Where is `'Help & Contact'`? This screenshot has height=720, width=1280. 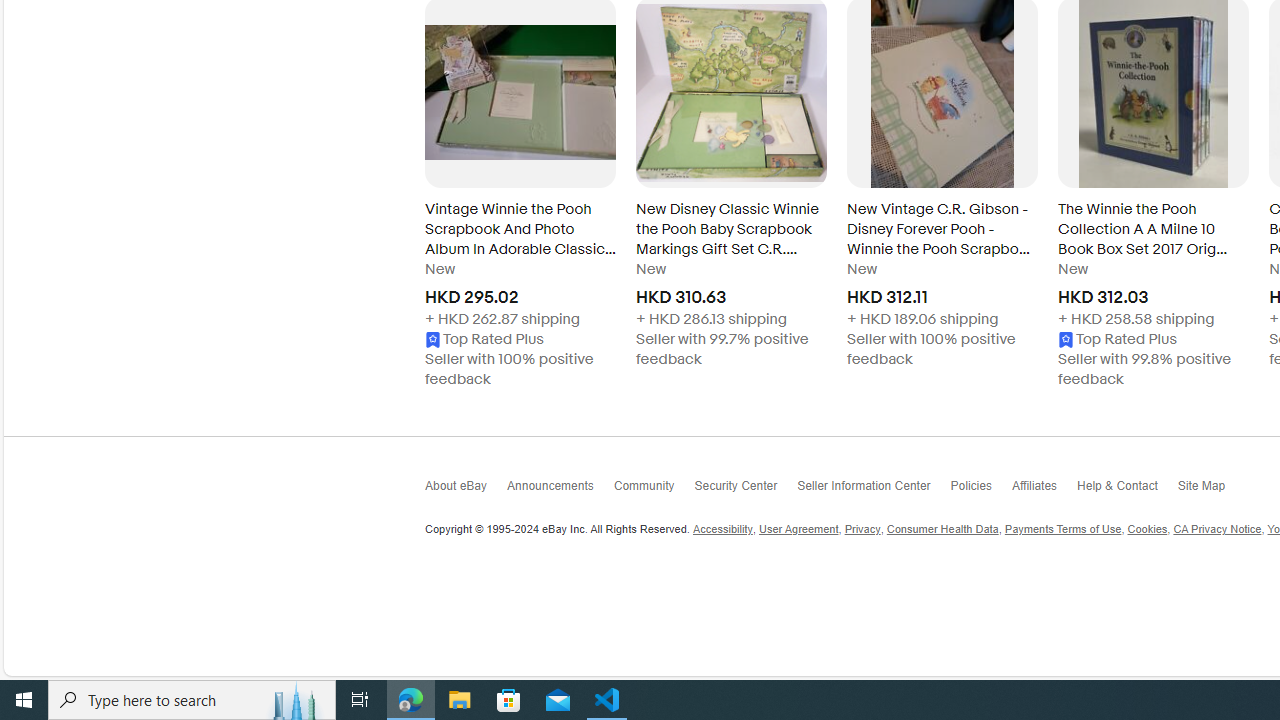
'Help & Contact' is located at coordinates (1127, 491).